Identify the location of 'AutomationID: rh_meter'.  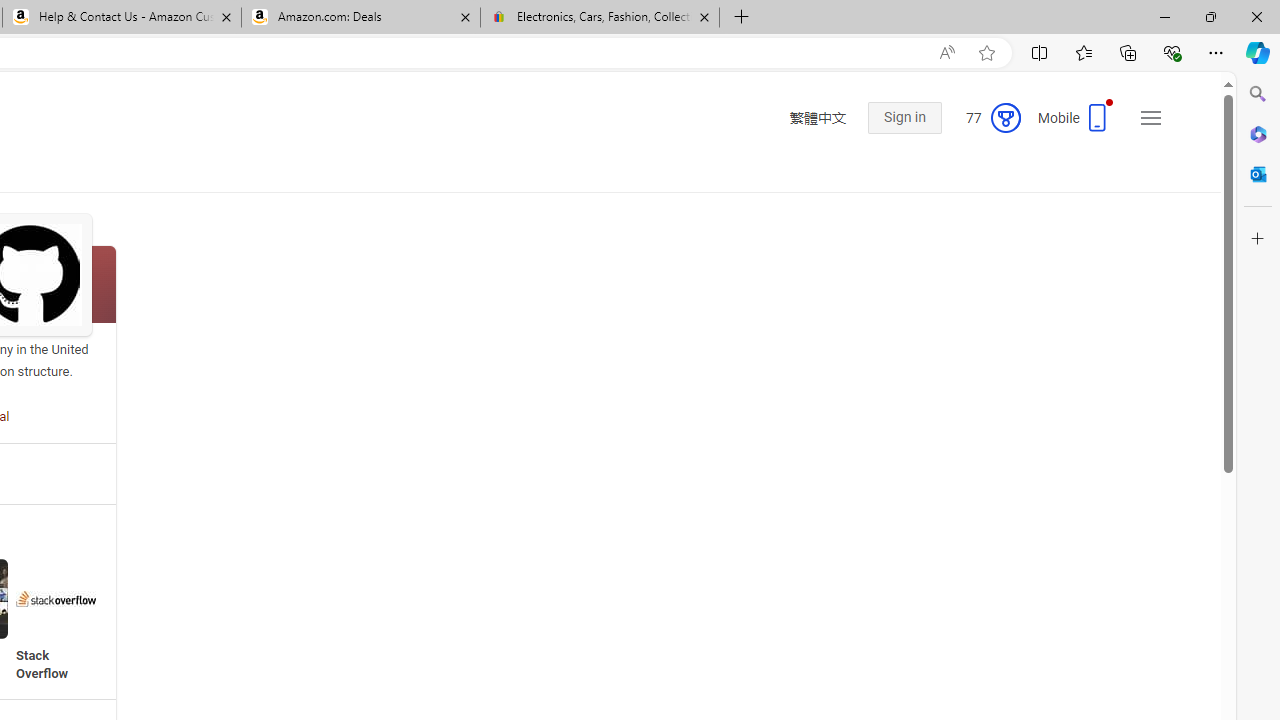
(1006, 118).